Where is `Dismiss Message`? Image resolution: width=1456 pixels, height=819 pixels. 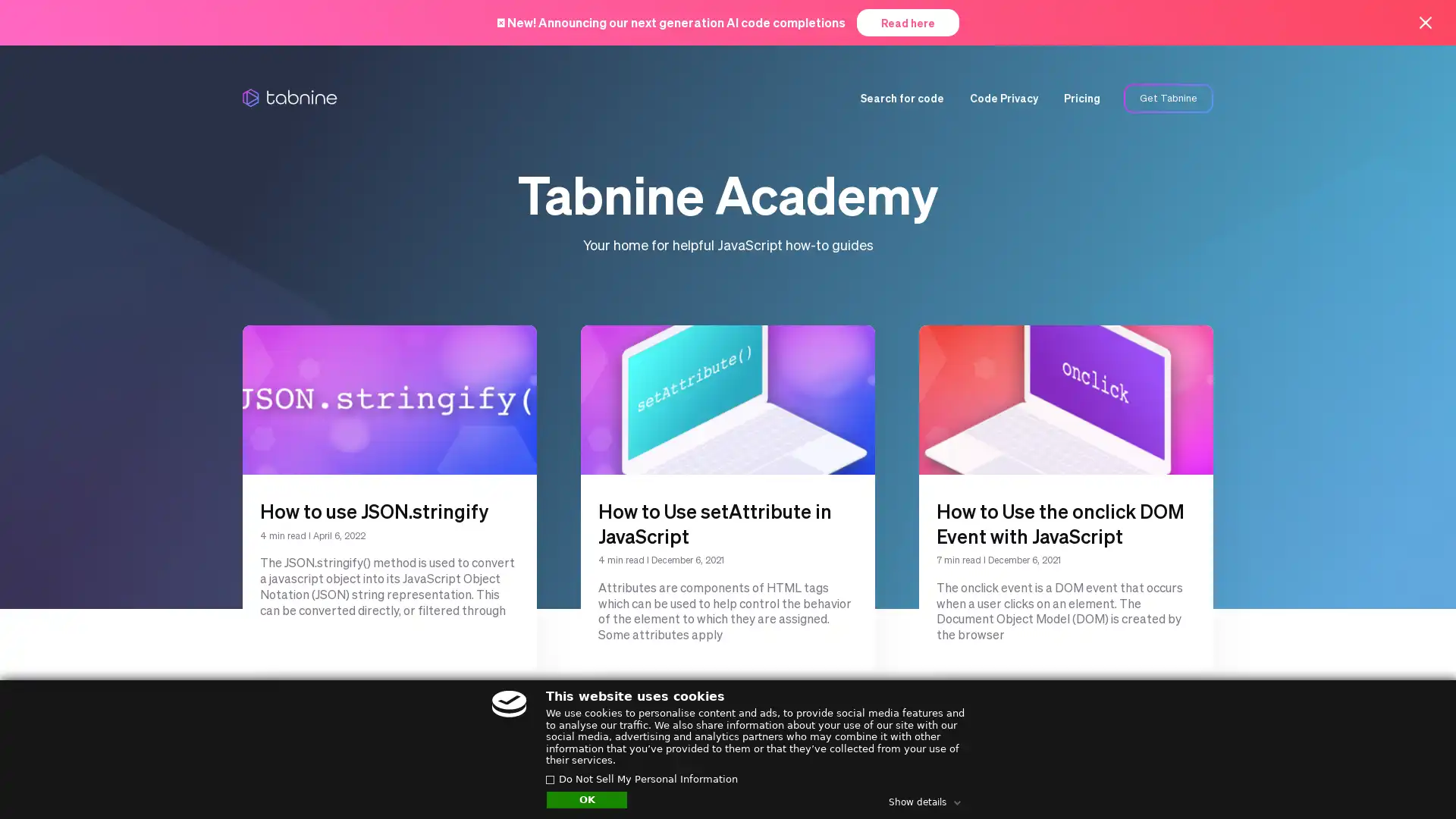
Dismiss Message is located at coordinates (1376, 761).